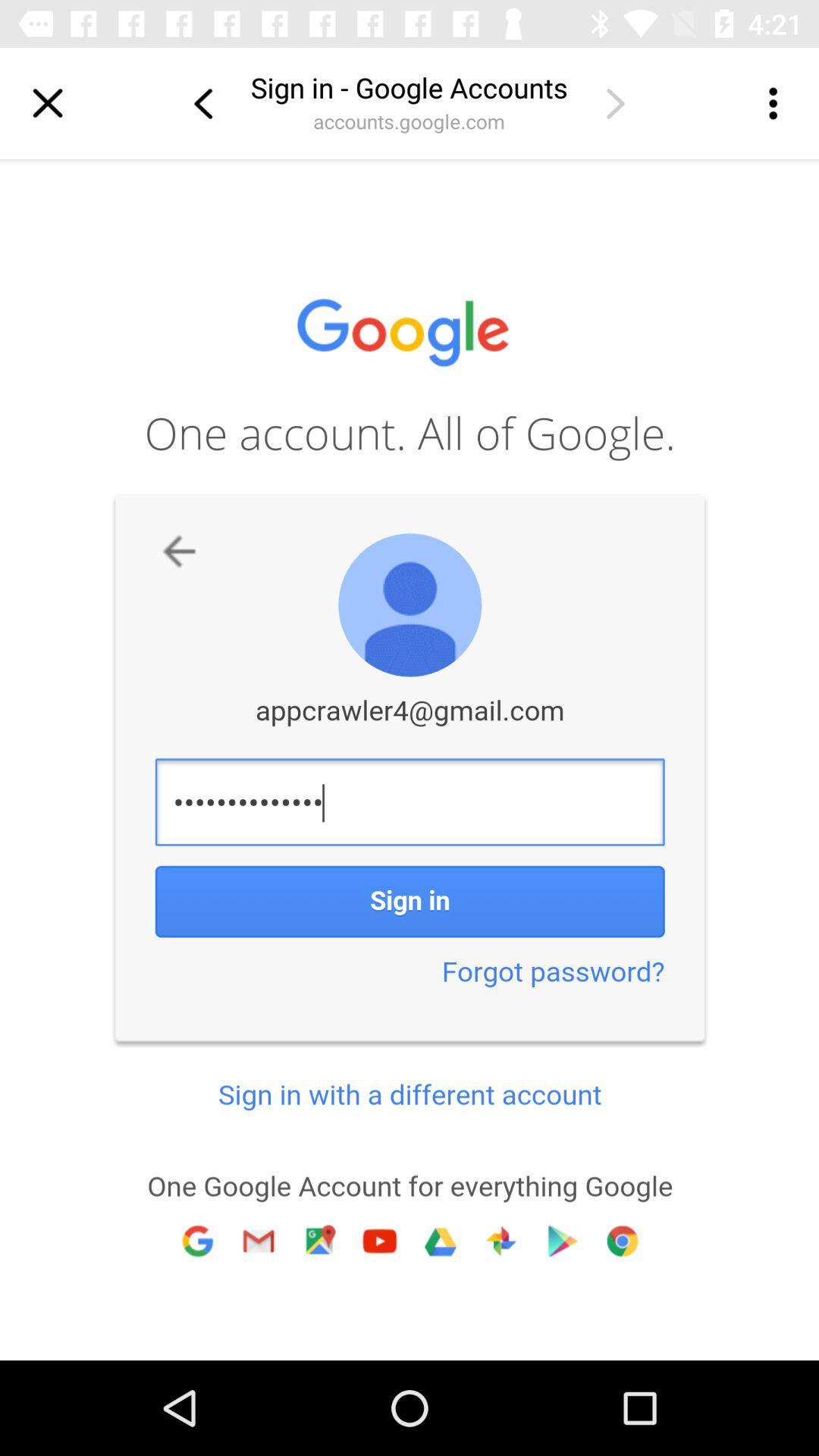 Image resolution: width=819 pixels, height=1456 pixels. I want to click on exit, so click(46, 102).